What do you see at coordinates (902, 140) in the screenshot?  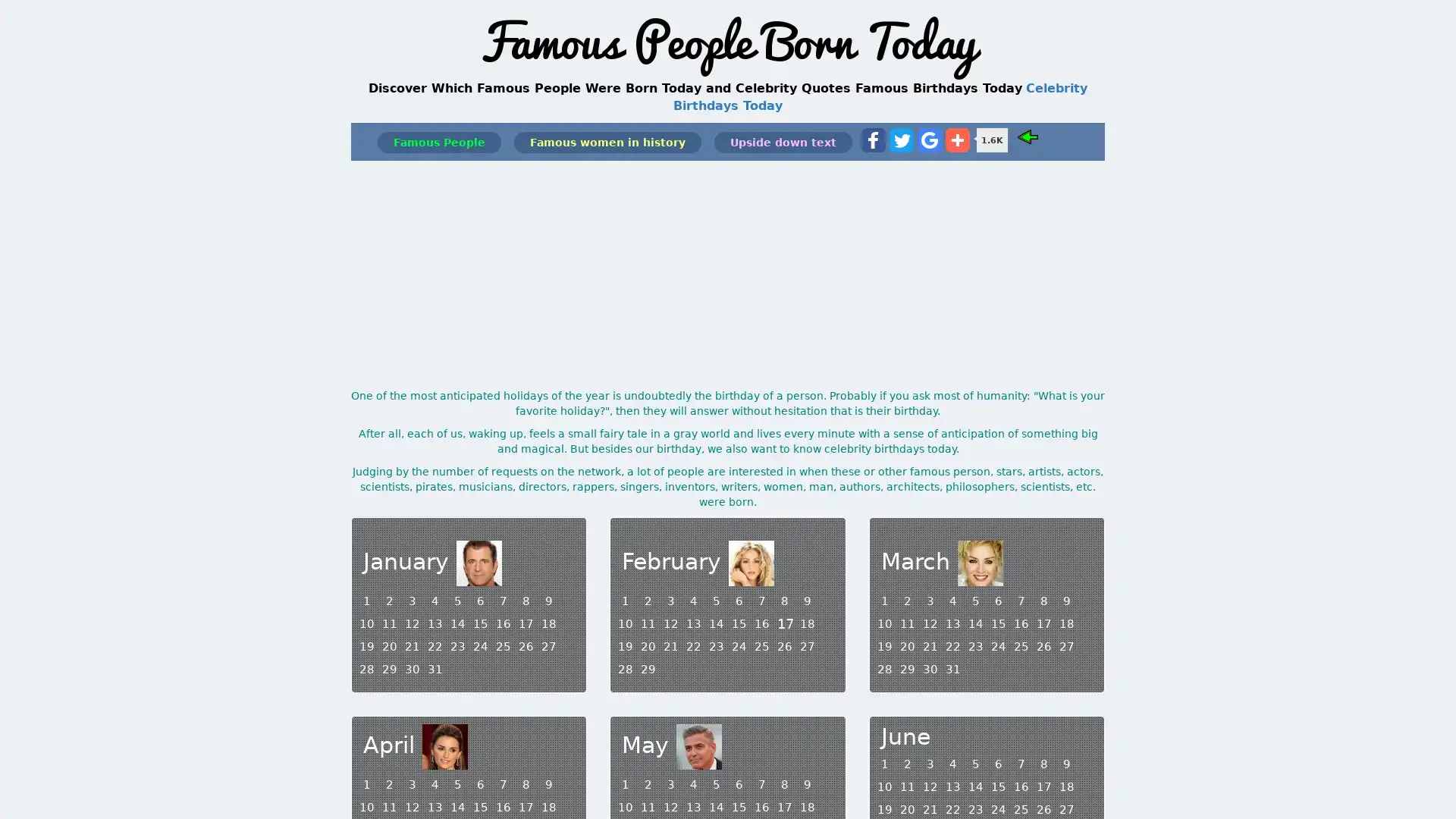 I see `Share to Twitter` at bounding box center [902, 140].